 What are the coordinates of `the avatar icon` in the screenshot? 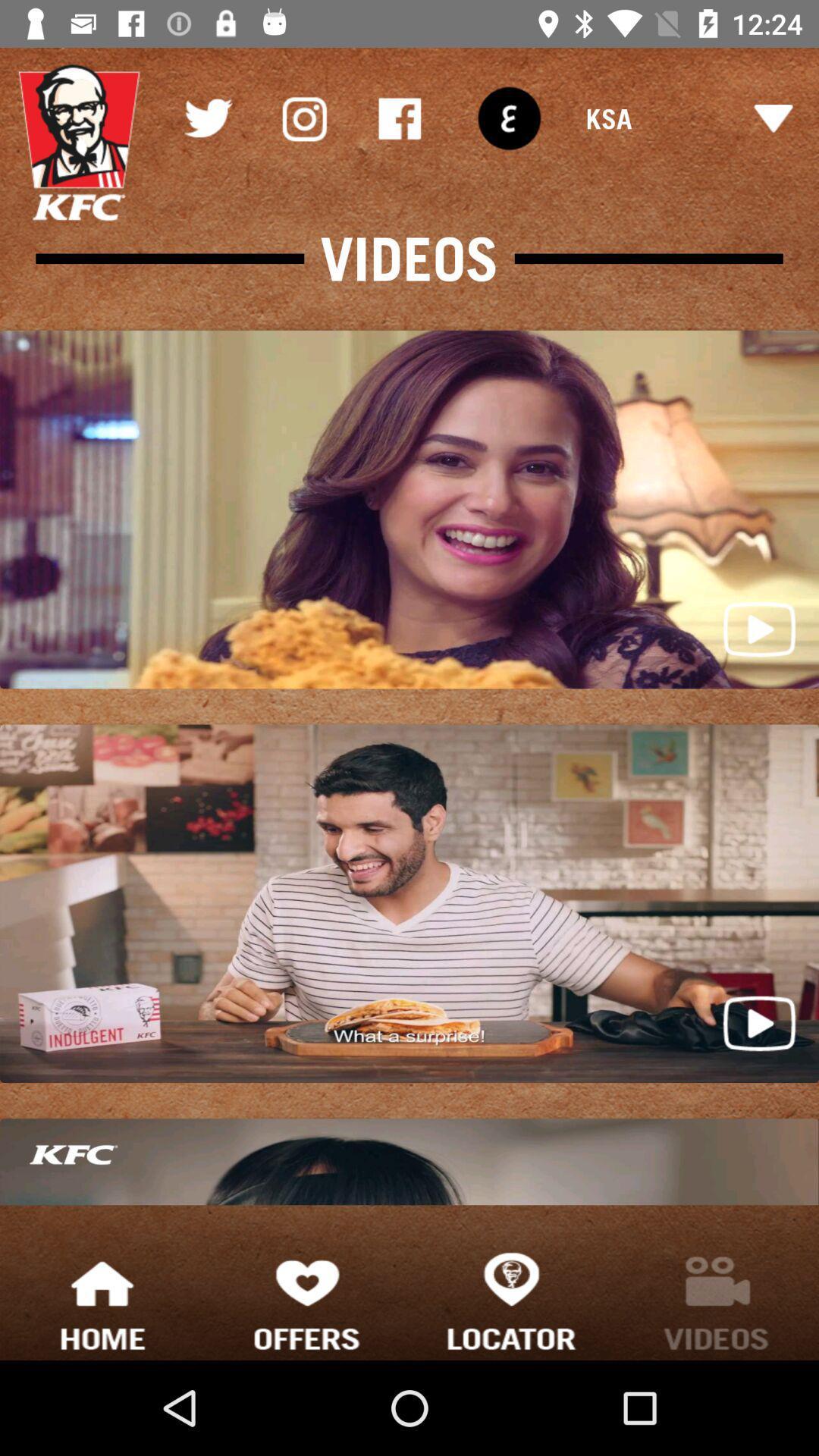 It's located at (79, 143).